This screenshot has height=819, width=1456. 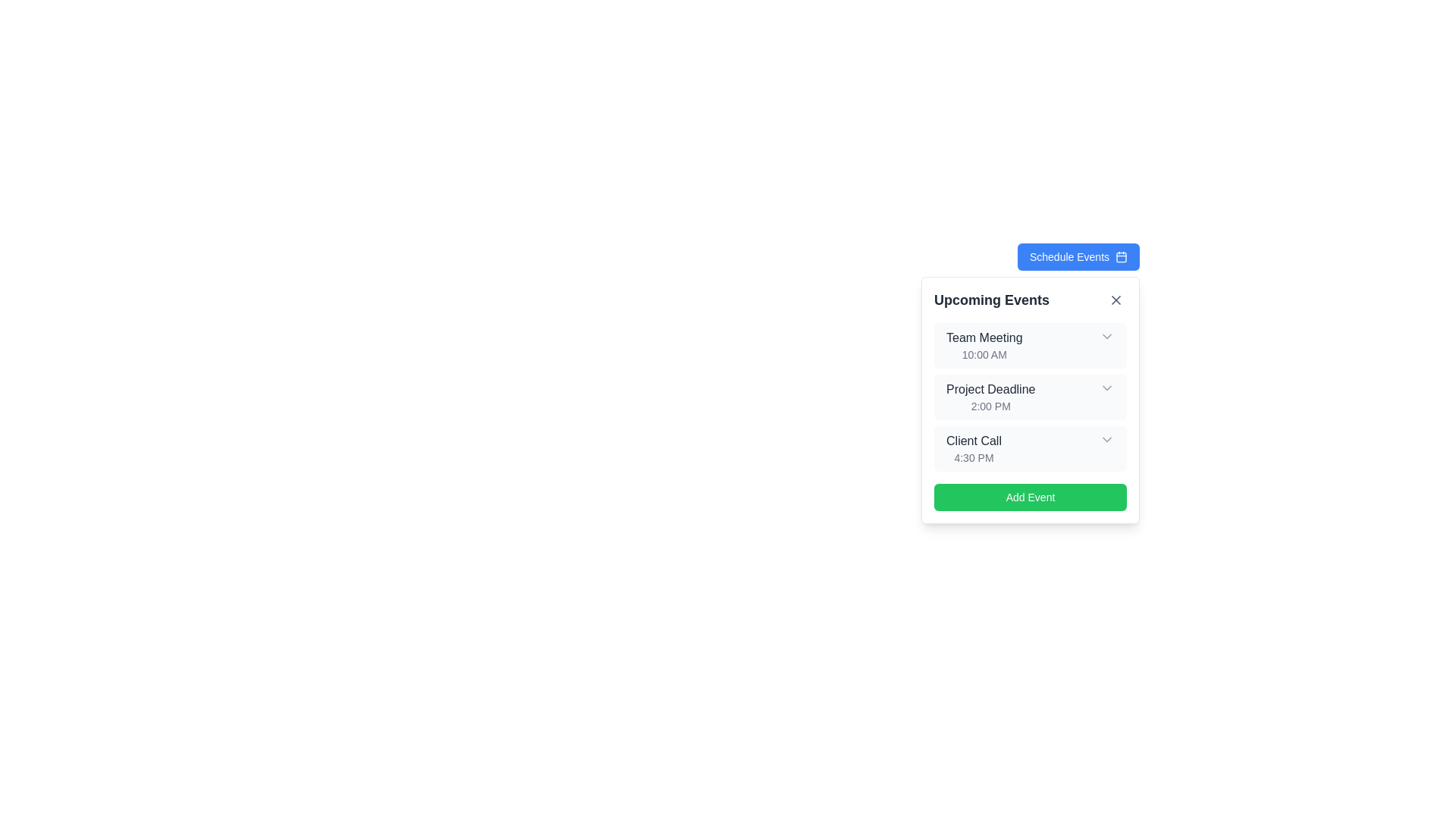 What do you see at coordinates (974, 457) in the screenshot?
I see `the static text label displaying the timestamp '4:30 PM' located below the 'Client Call' header within a card-like interface` at bounding box center [974, 457].